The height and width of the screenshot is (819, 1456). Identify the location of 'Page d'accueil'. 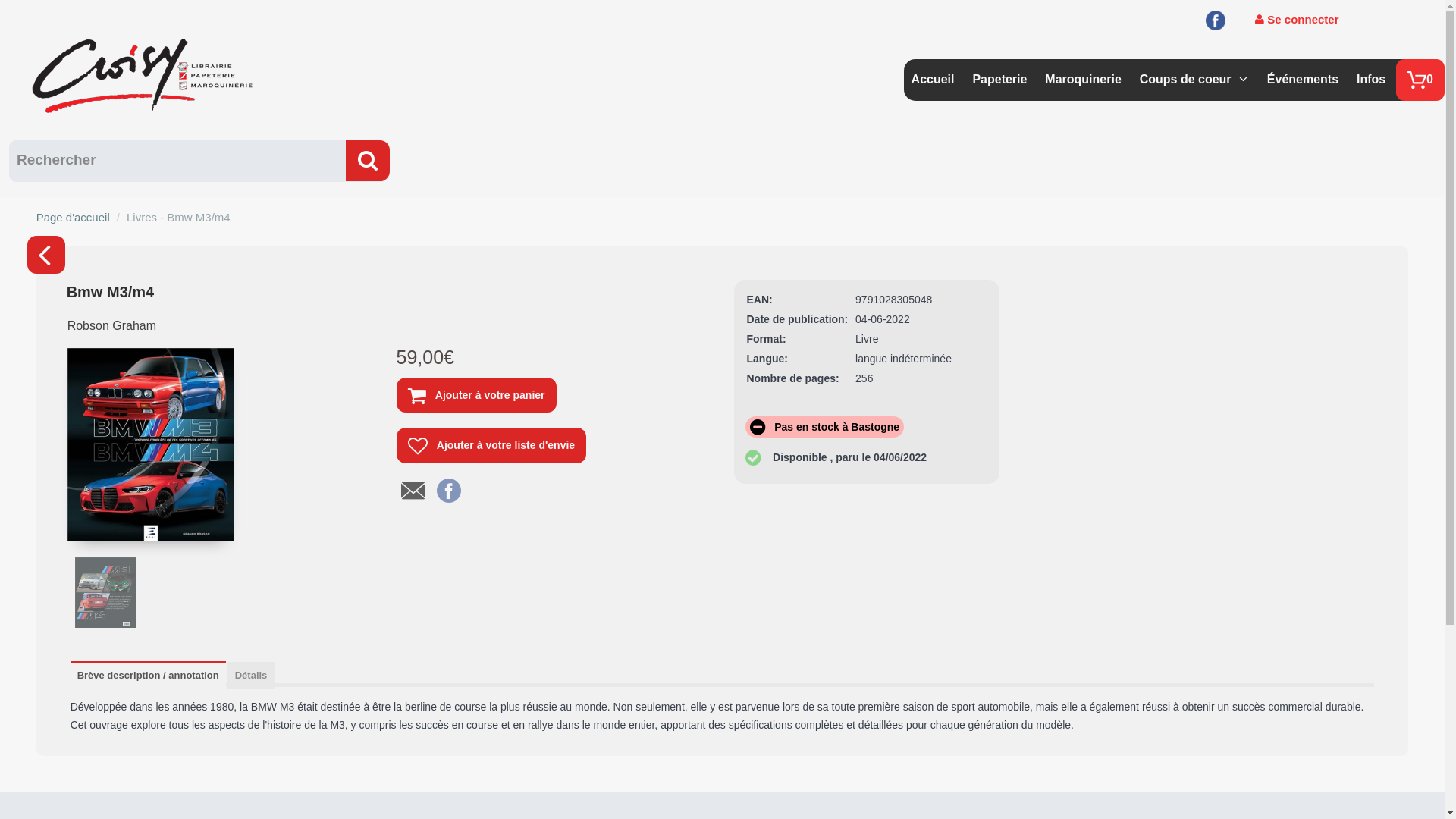
(72, 217).